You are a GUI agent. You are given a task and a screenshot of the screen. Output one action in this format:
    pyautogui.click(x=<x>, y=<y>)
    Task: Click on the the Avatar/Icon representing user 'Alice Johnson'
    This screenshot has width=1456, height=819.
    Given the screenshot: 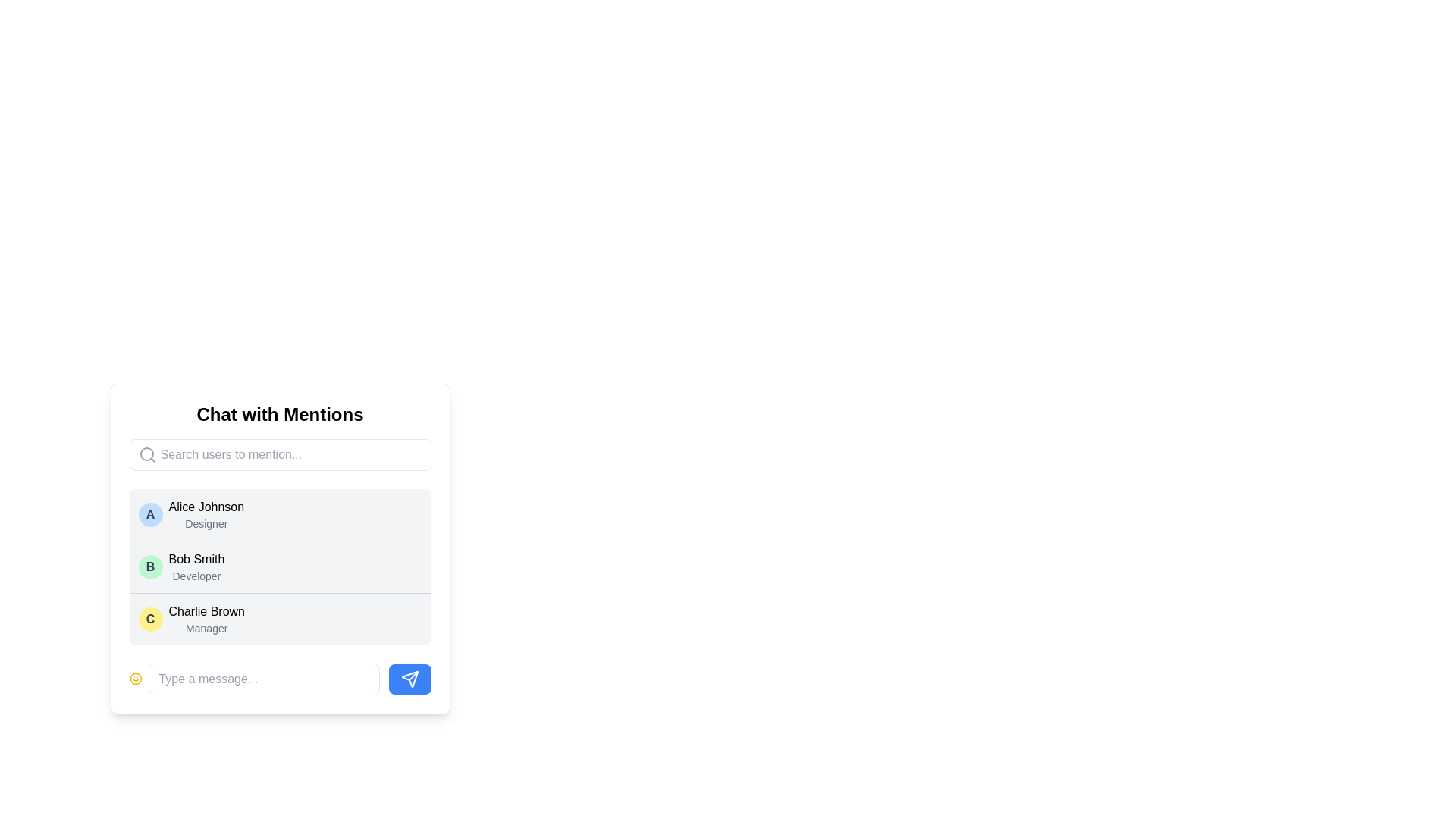 What is the action you would take?
    pyautogui.click(x=150, y=513)
    